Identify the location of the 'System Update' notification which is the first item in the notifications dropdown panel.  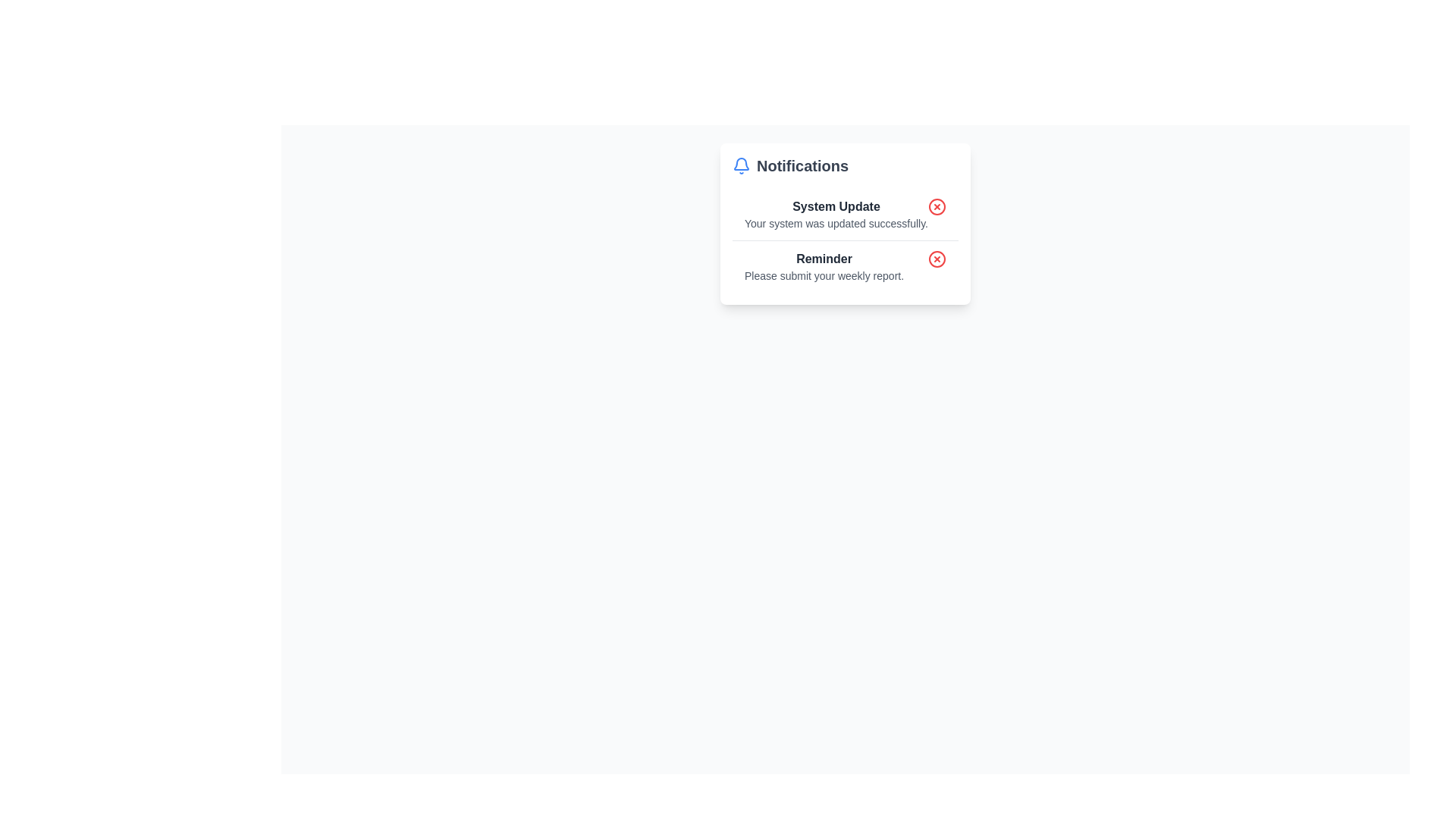
(844, 214).